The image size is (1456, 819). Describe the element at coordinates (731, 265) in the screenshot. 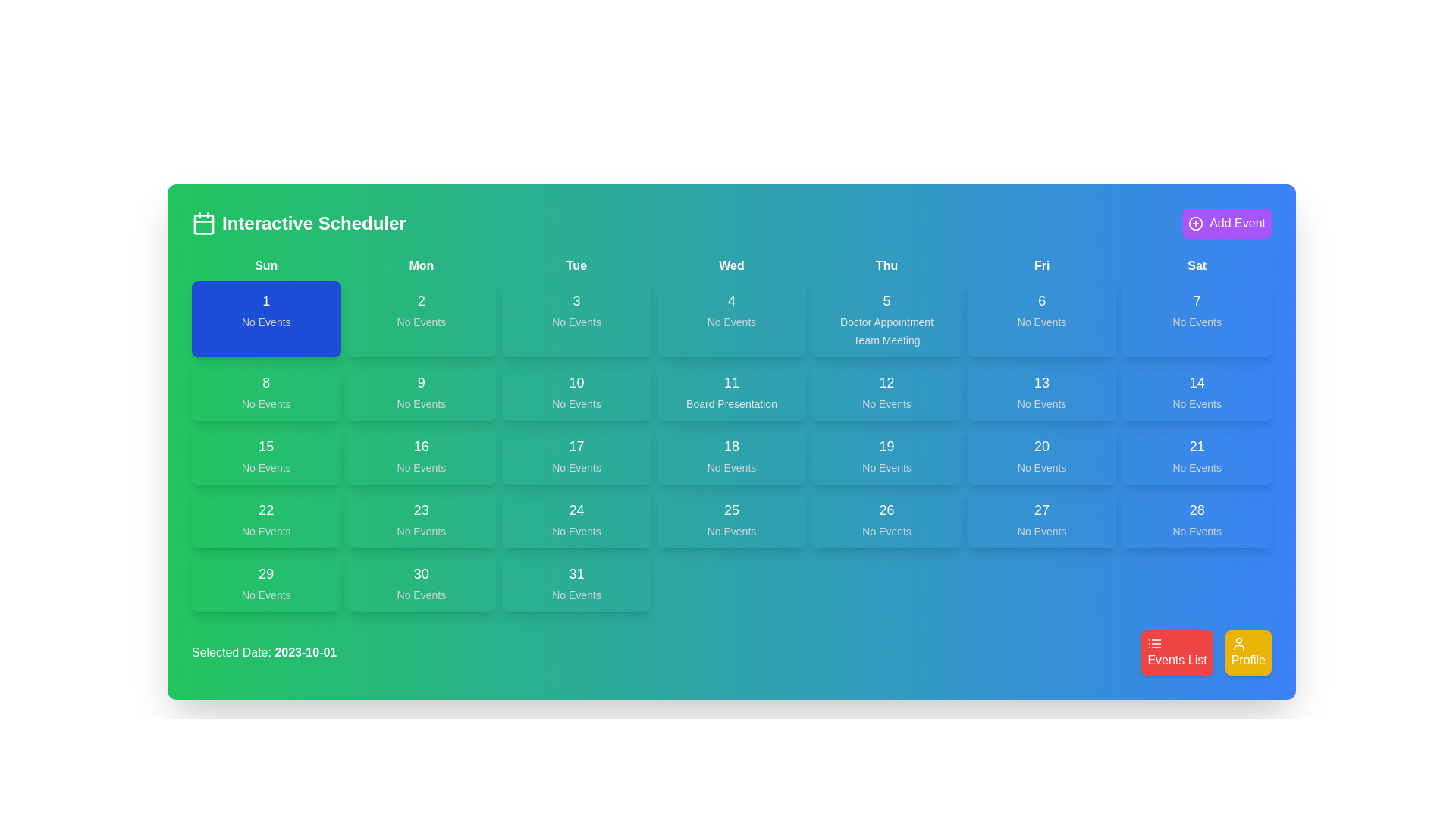

I see `the static text label indicating 'Wednesday' in the calendar view, which is the fourth entry in the sequence of day labels` at that location.